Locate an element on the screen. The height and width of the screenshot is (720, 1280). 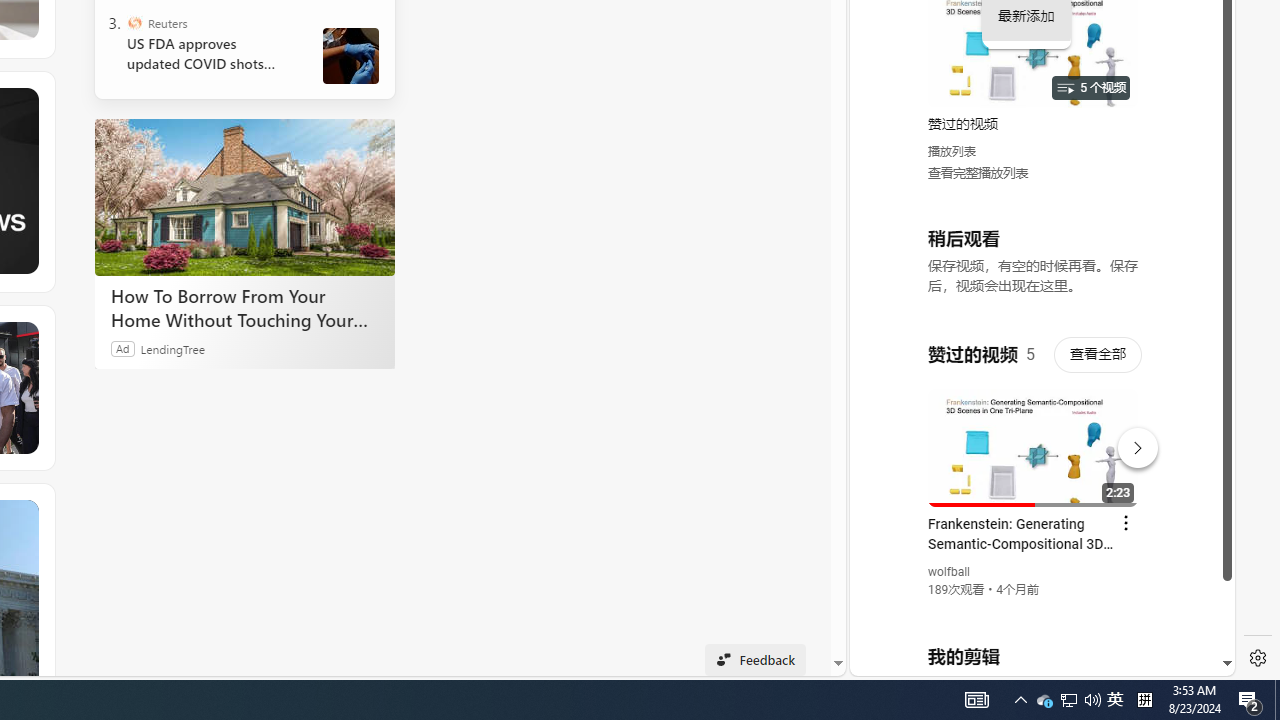
'LendingTree' is located at coordinates (172, 347).